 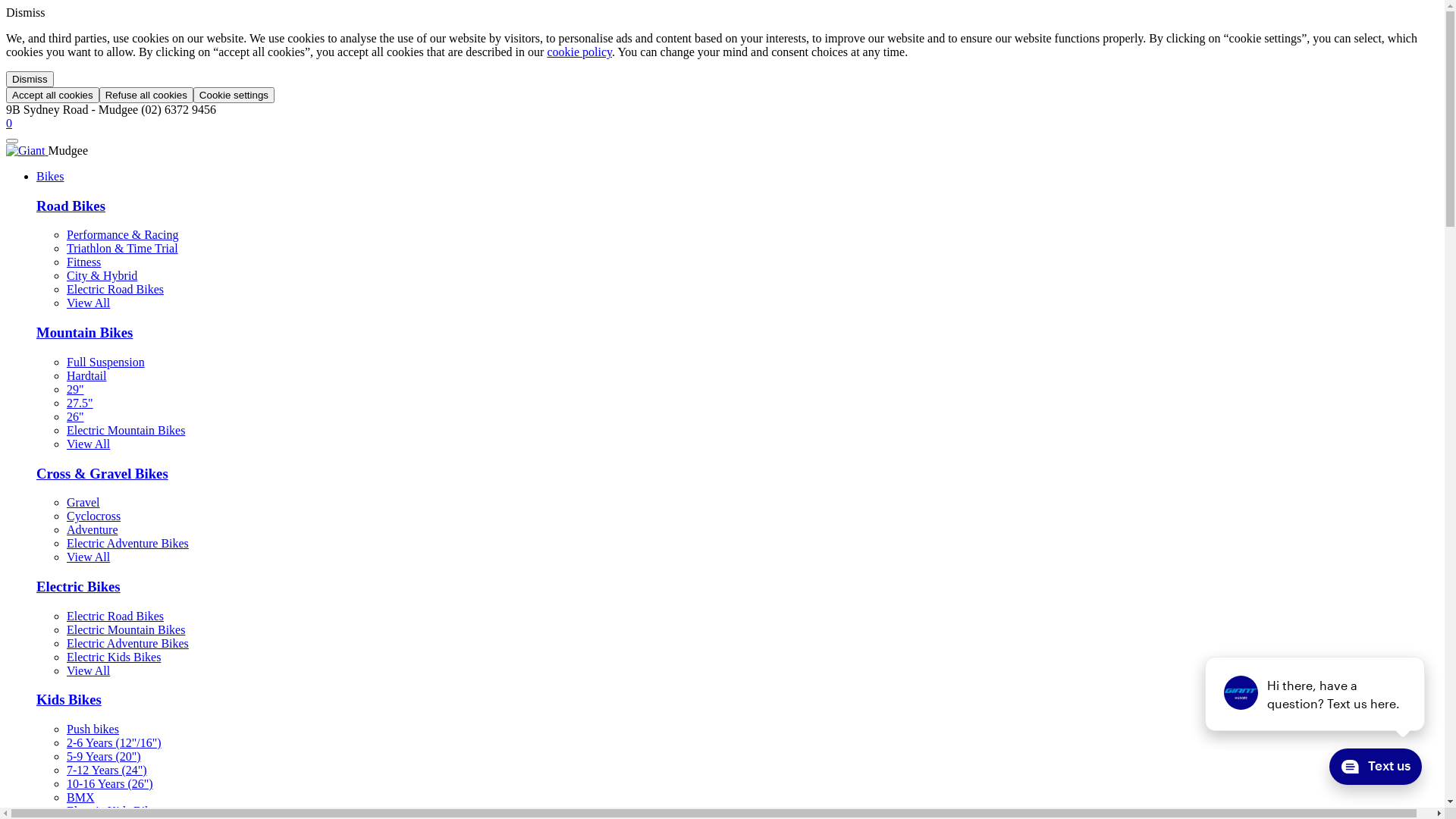 I want to click on '5-9 Years (20")', so click(x=103, y=756).